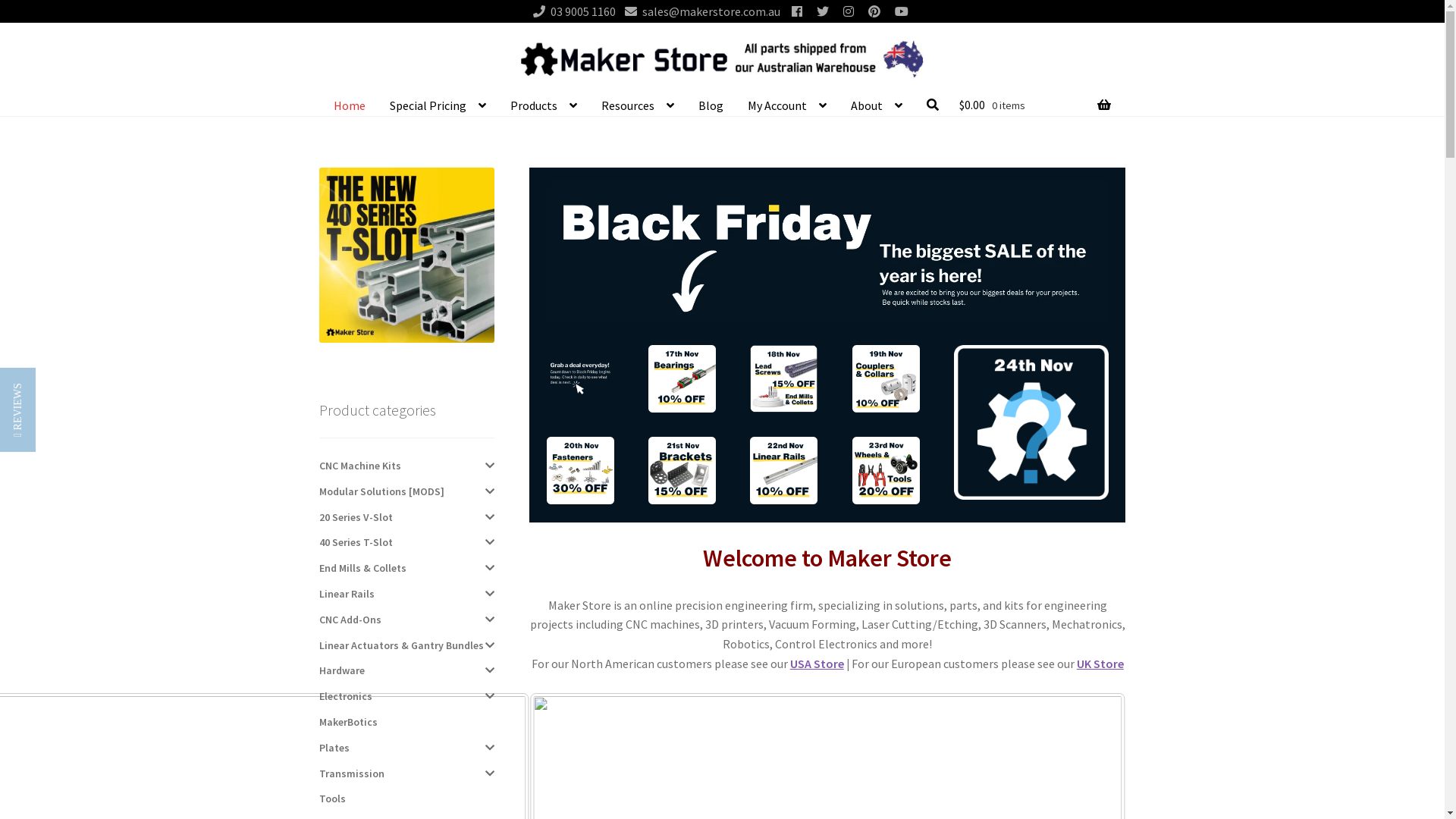 The height and width of the screenshot is (819, 1456). Describe the element at coordinates (698, 11) in the screenshot. I see `'sales@makerstore.com.au'` at that location.